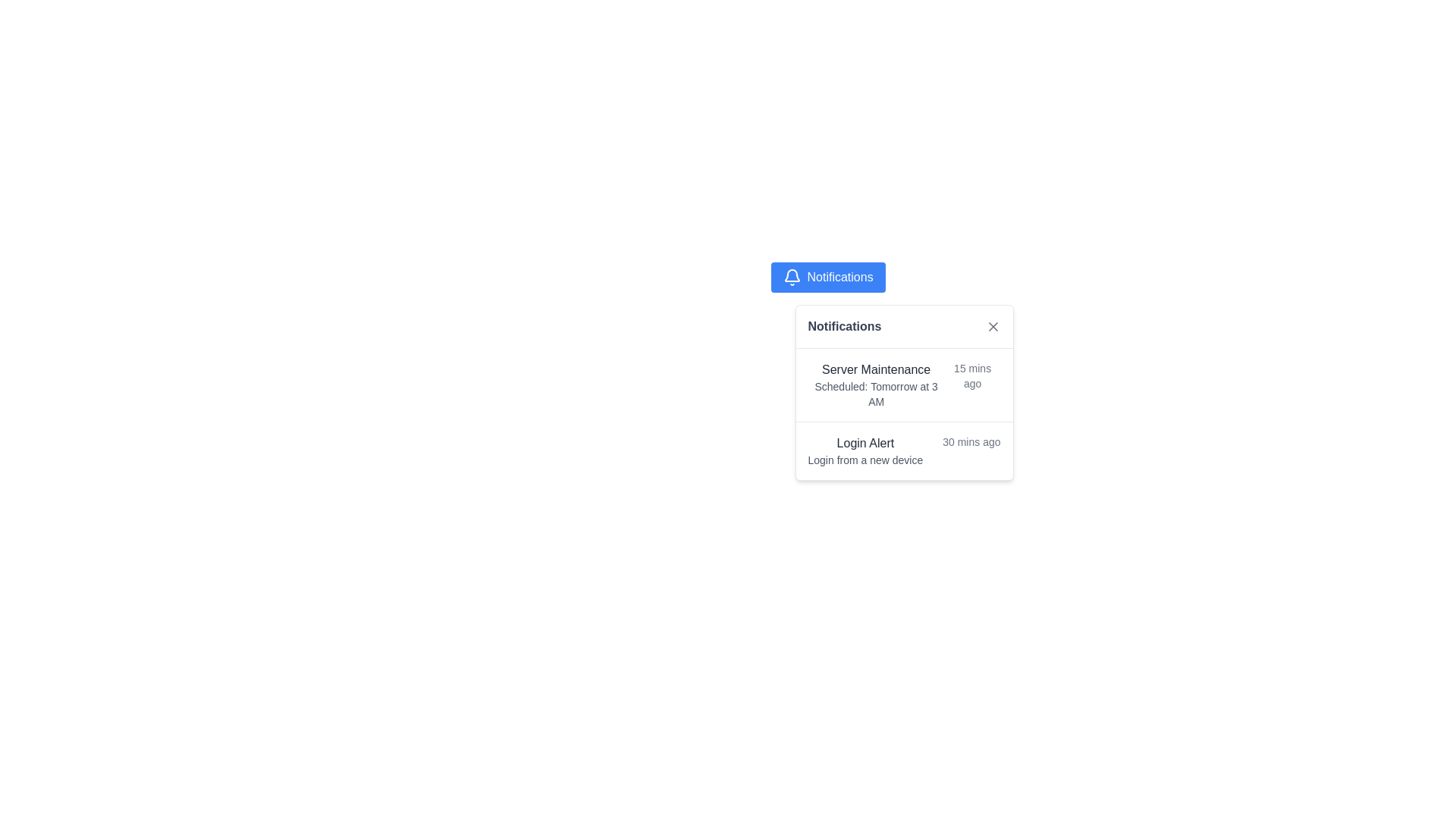 Image resolution: width=1456 pixels, height=819 pixels. Describe the element at coordinates (839, 278) in the screenshot. I see `the 'Notifications' text label` at that location.